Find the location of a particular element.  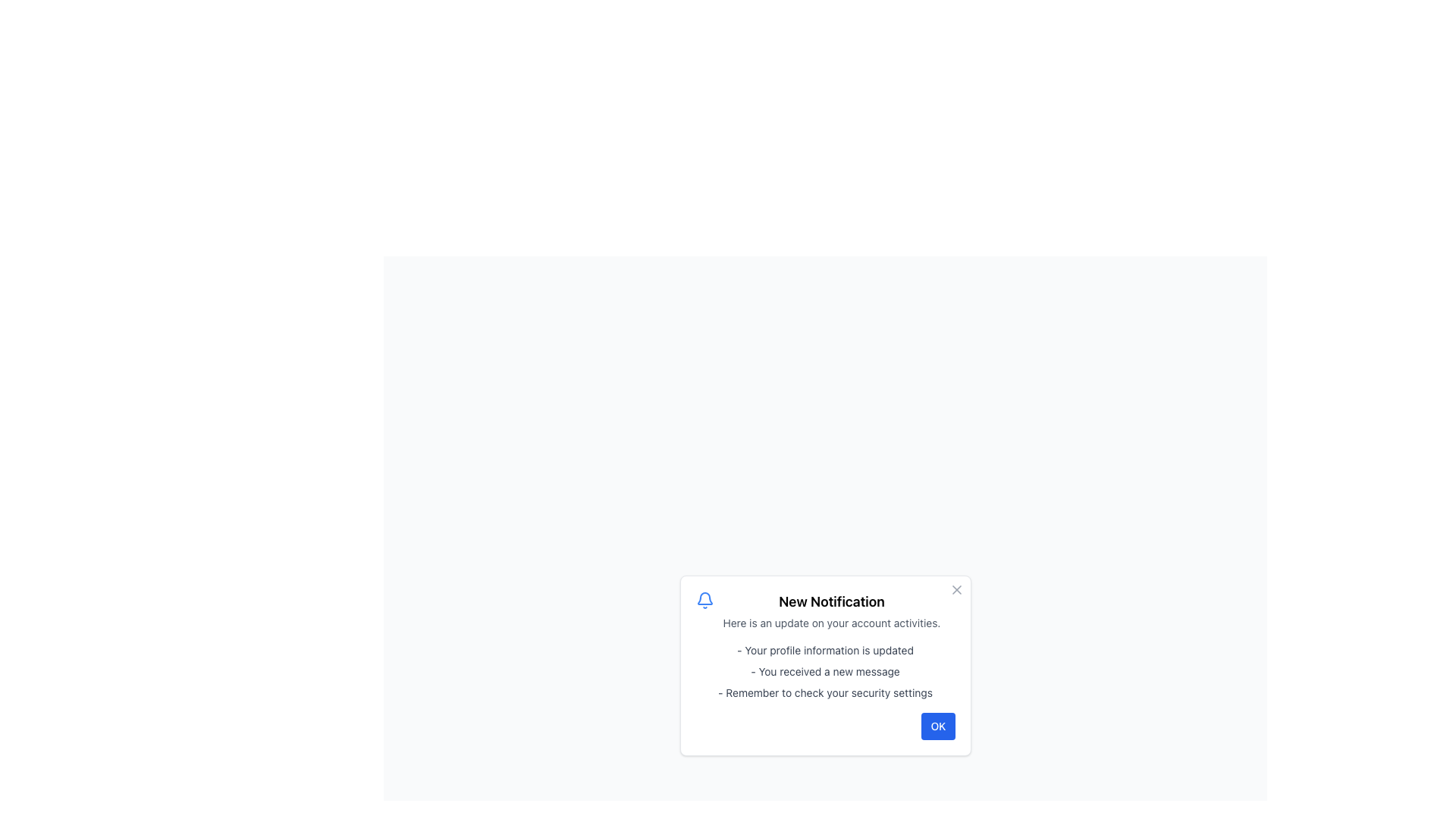

the 'OK' button with a blue background and white text located in the bottom-right corner of the notification dialog box is located at coordinates (937, 725).